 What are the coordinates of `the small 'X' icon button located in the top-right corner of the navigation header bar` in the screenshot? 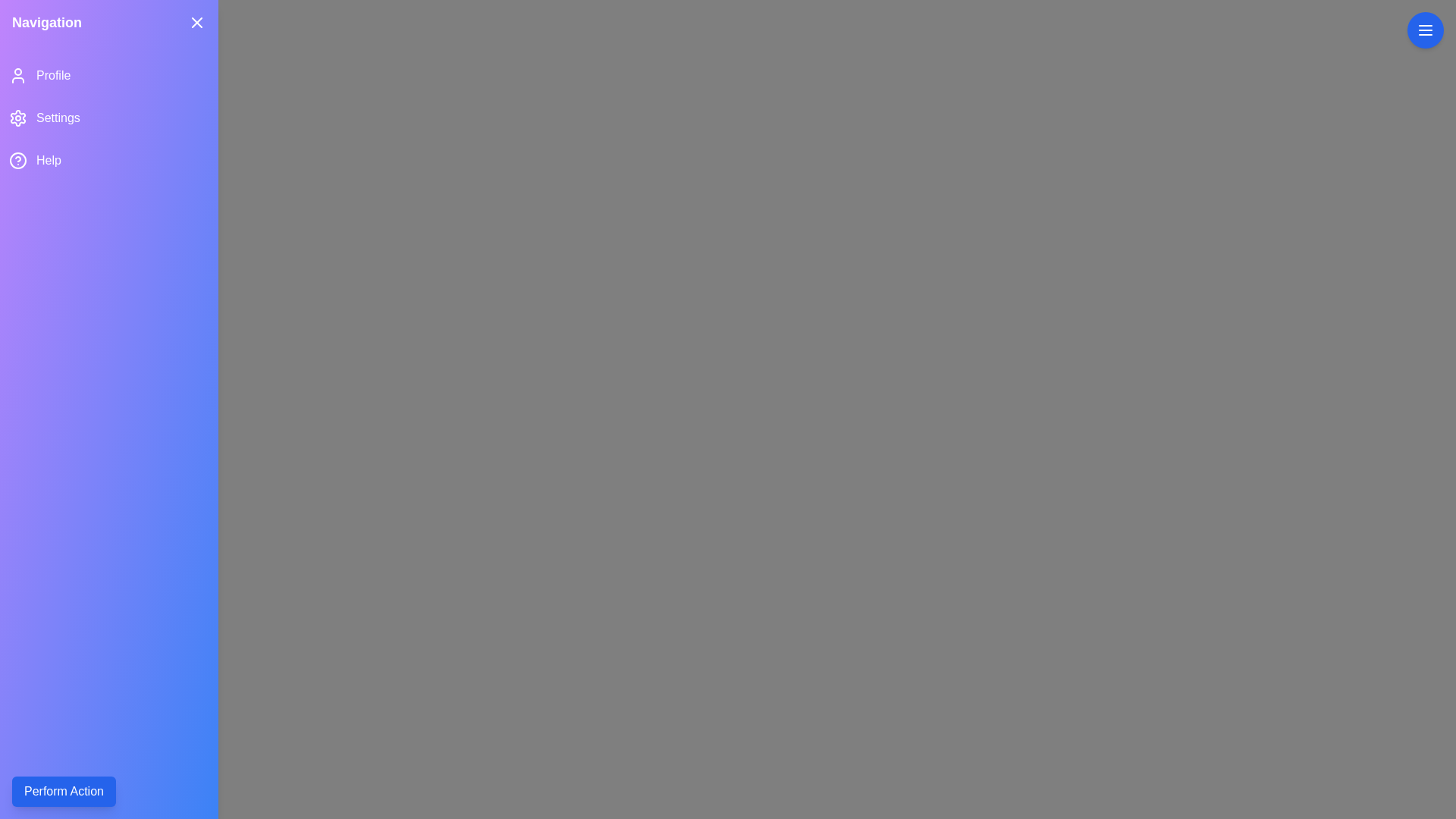 It's located at (196, 23).